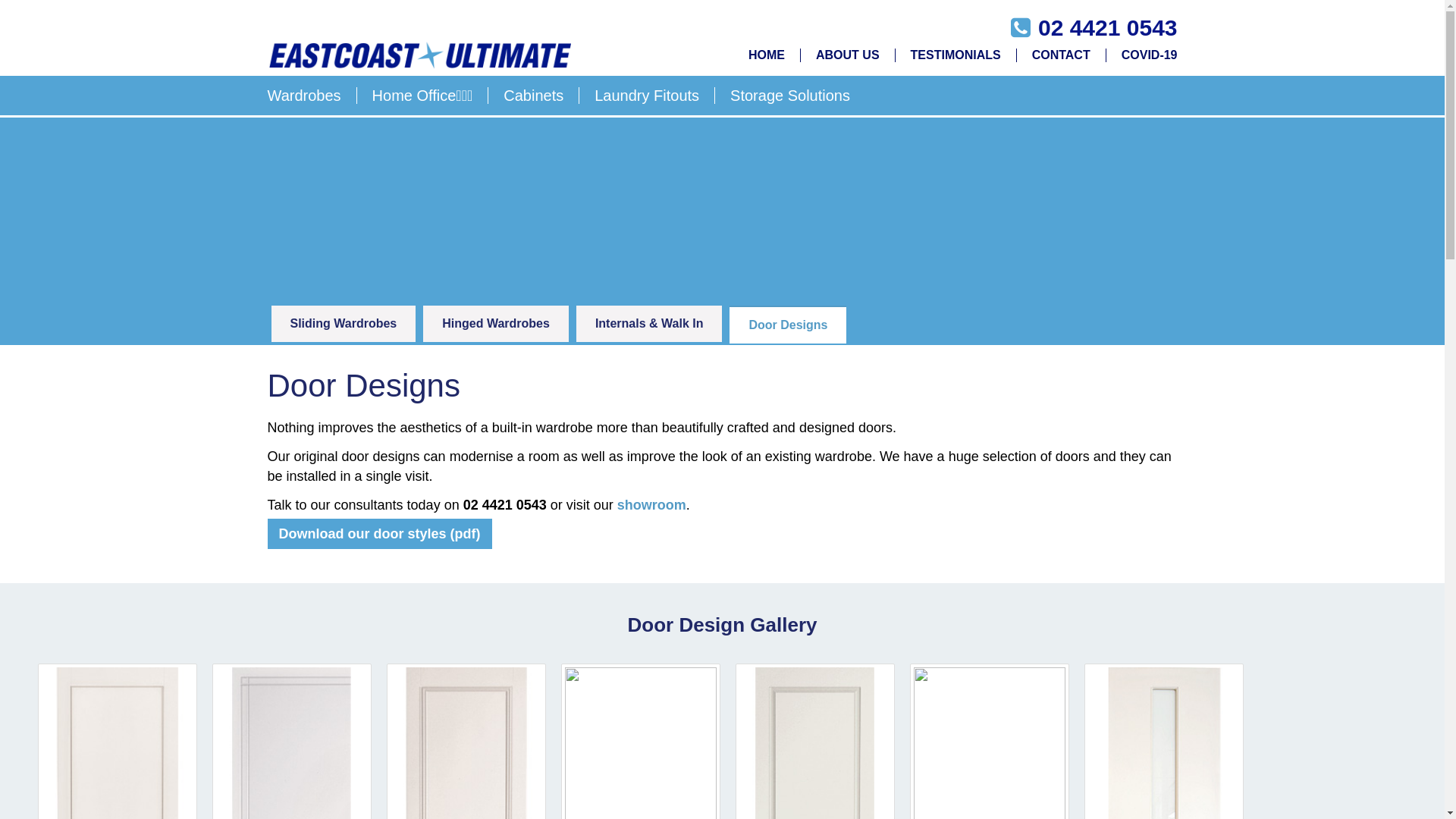 Image resolution: width=1456 pixels, height=819 pixels. Describe the element at coordinates (787, 324) in the screenshot. I see `'Door Designs'` at that location.